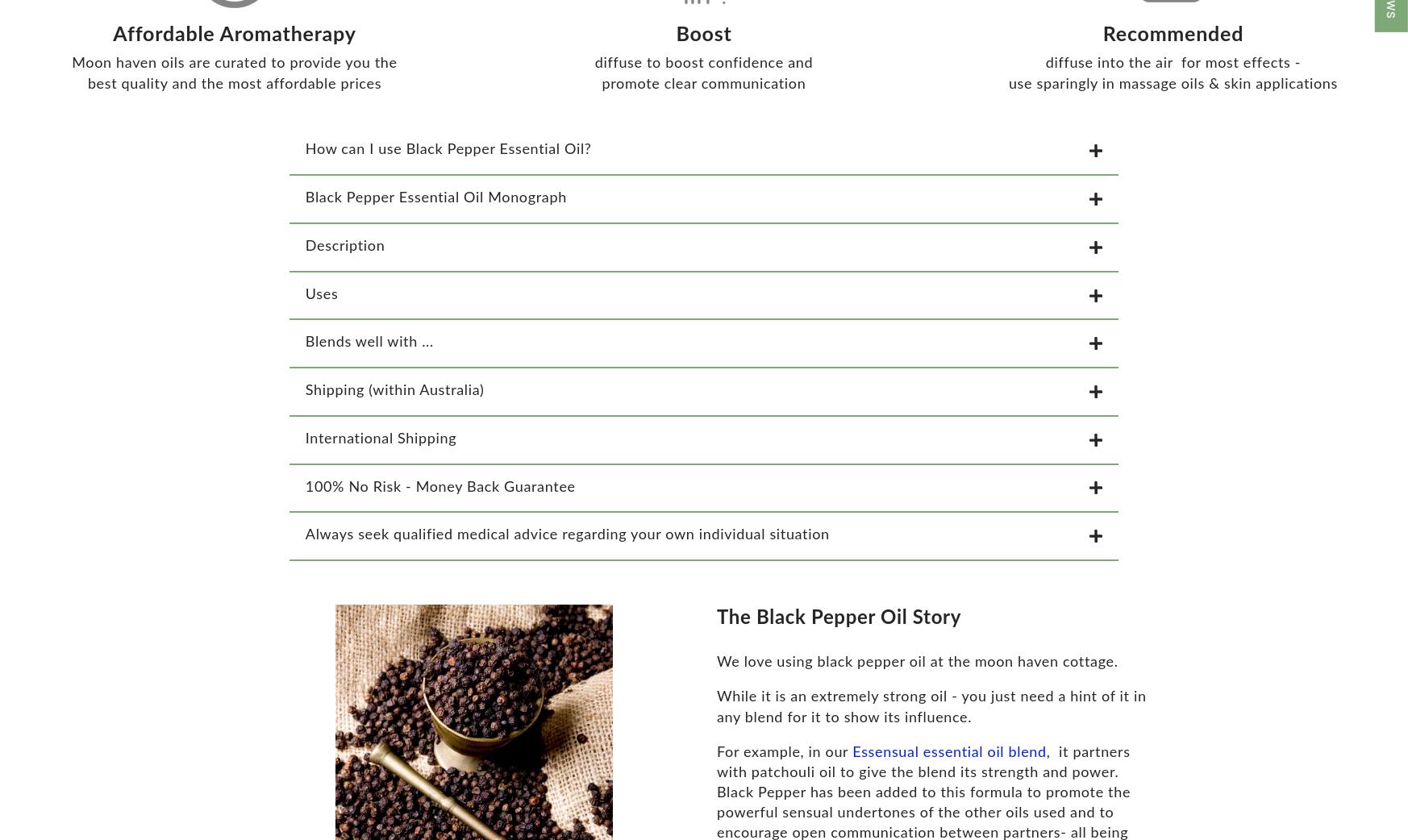 Image resolution: width=1408 pixels, height=840 pixels. I want to click on 'use sparingly in massage oils & skin applications', so click(1006, 93).